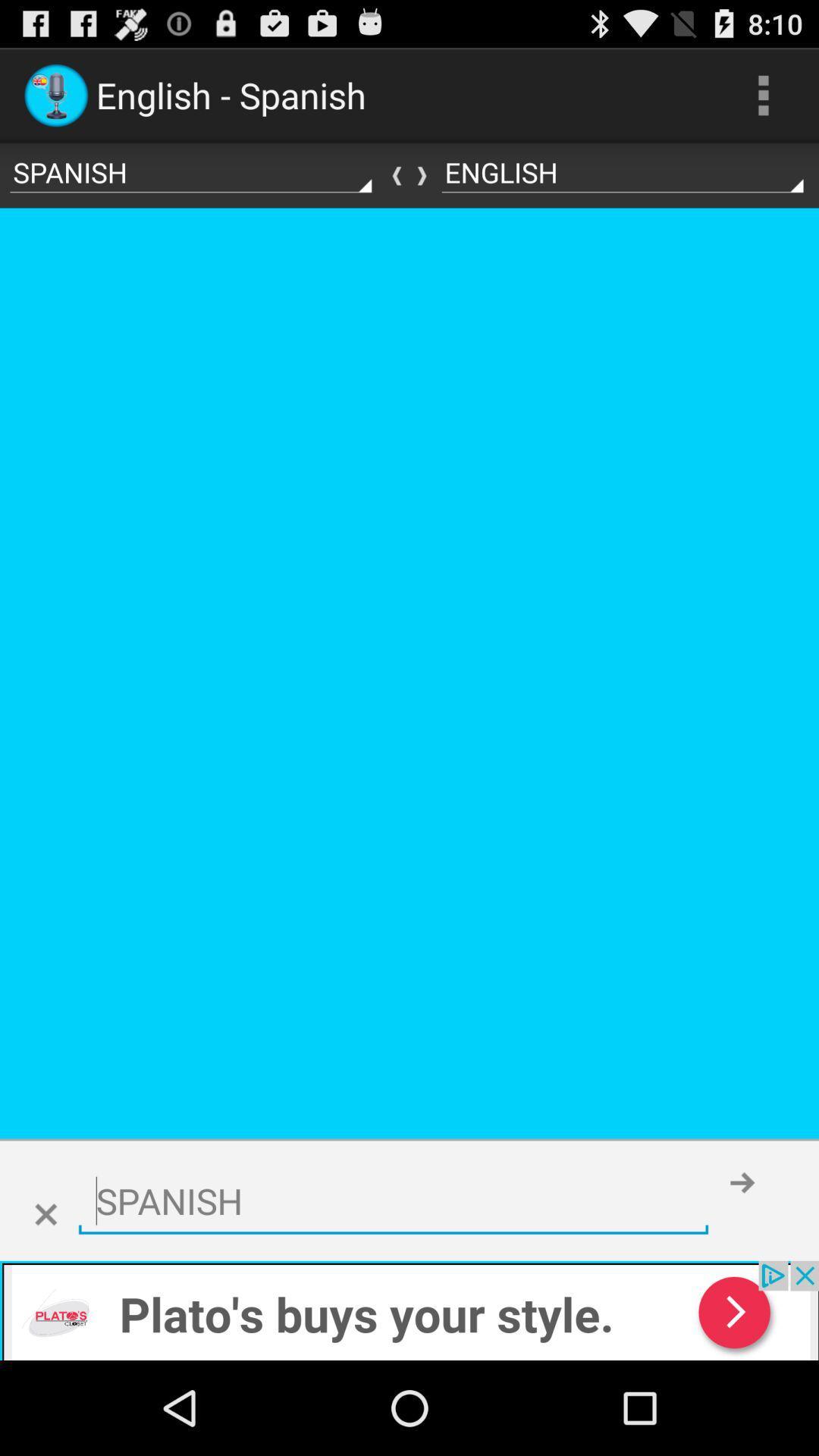 This screenshot has width=819, height=1456. I want to click on button, so click(45, 1215).